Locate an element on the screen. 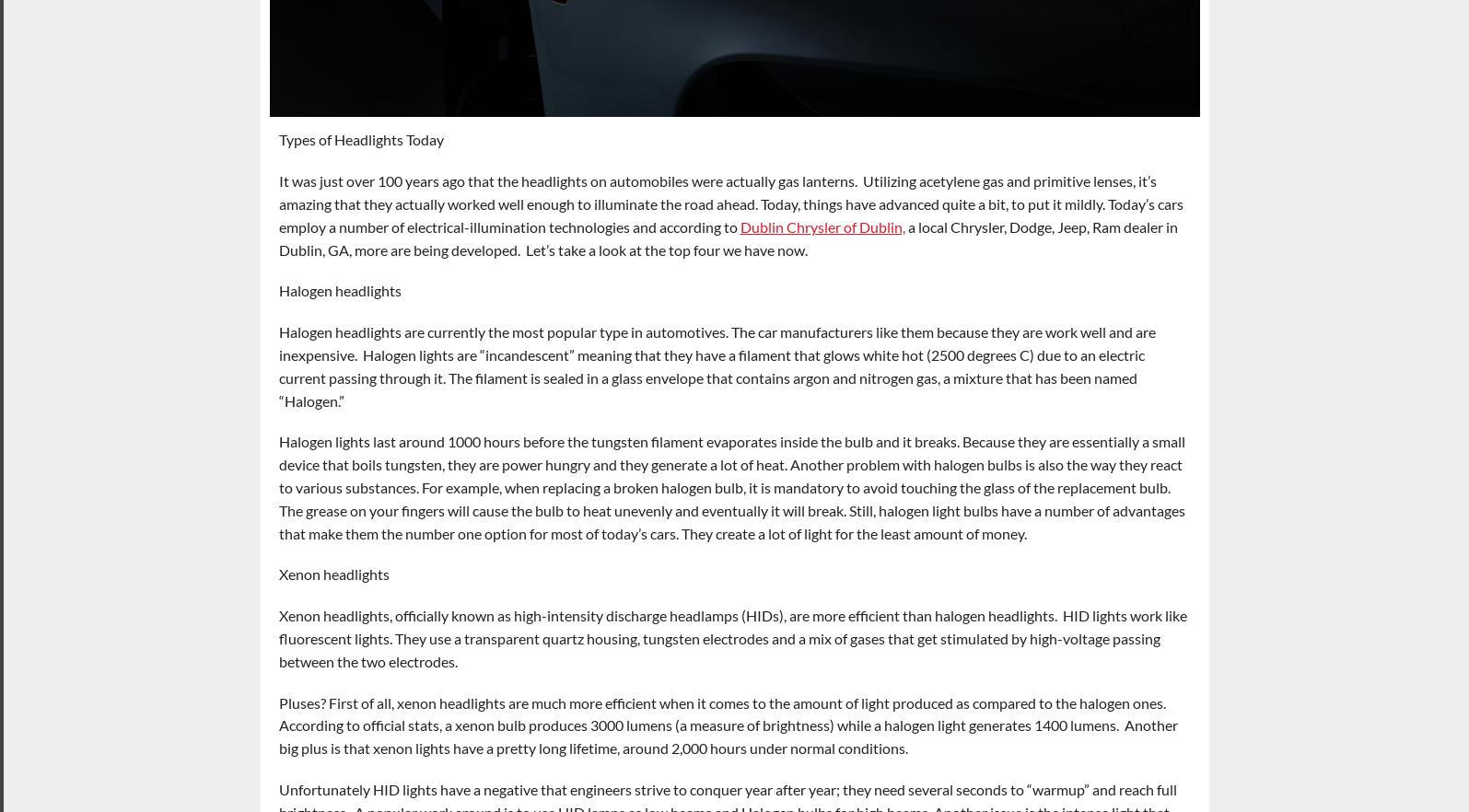  'Halogen headlights are currently the most popular type in automotives. The car manufacturers like them because they are work well and are inexpensive.  Halogen lights are “incandescent” meaning that they have a filament that glows white hot (2500 degrees C) due to an electric current passing through it. The filament is sealed in a glass envelope that contains argon and nitrogen gas, a mixture that has been named “Halogen.”' is located at coordinates (277, 365).